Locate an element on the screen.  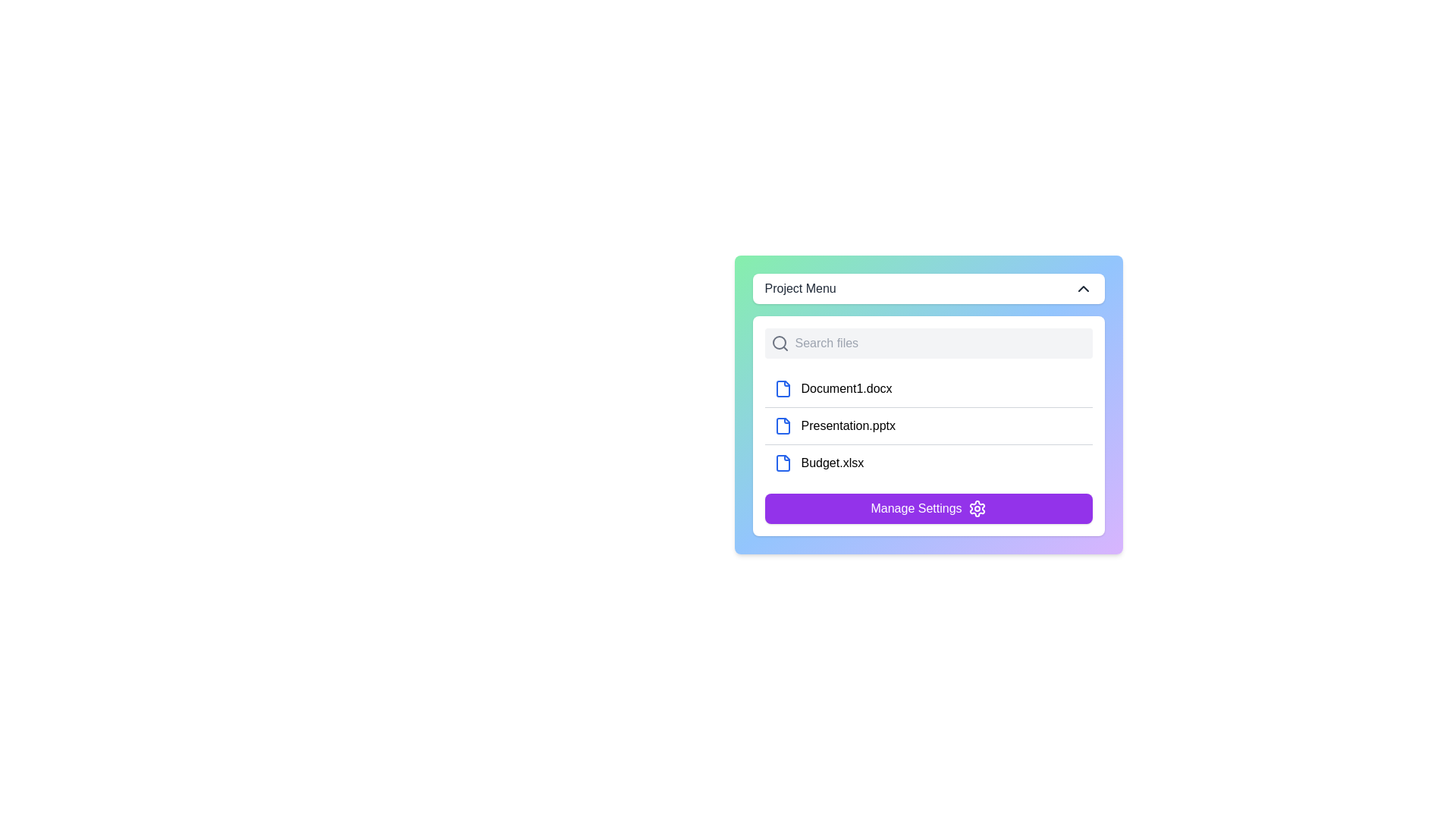
the graphical icon representing the first file, which is visually part of the blue file icon to the left of 'Document1.docx' is located at coordinates (783, 388).